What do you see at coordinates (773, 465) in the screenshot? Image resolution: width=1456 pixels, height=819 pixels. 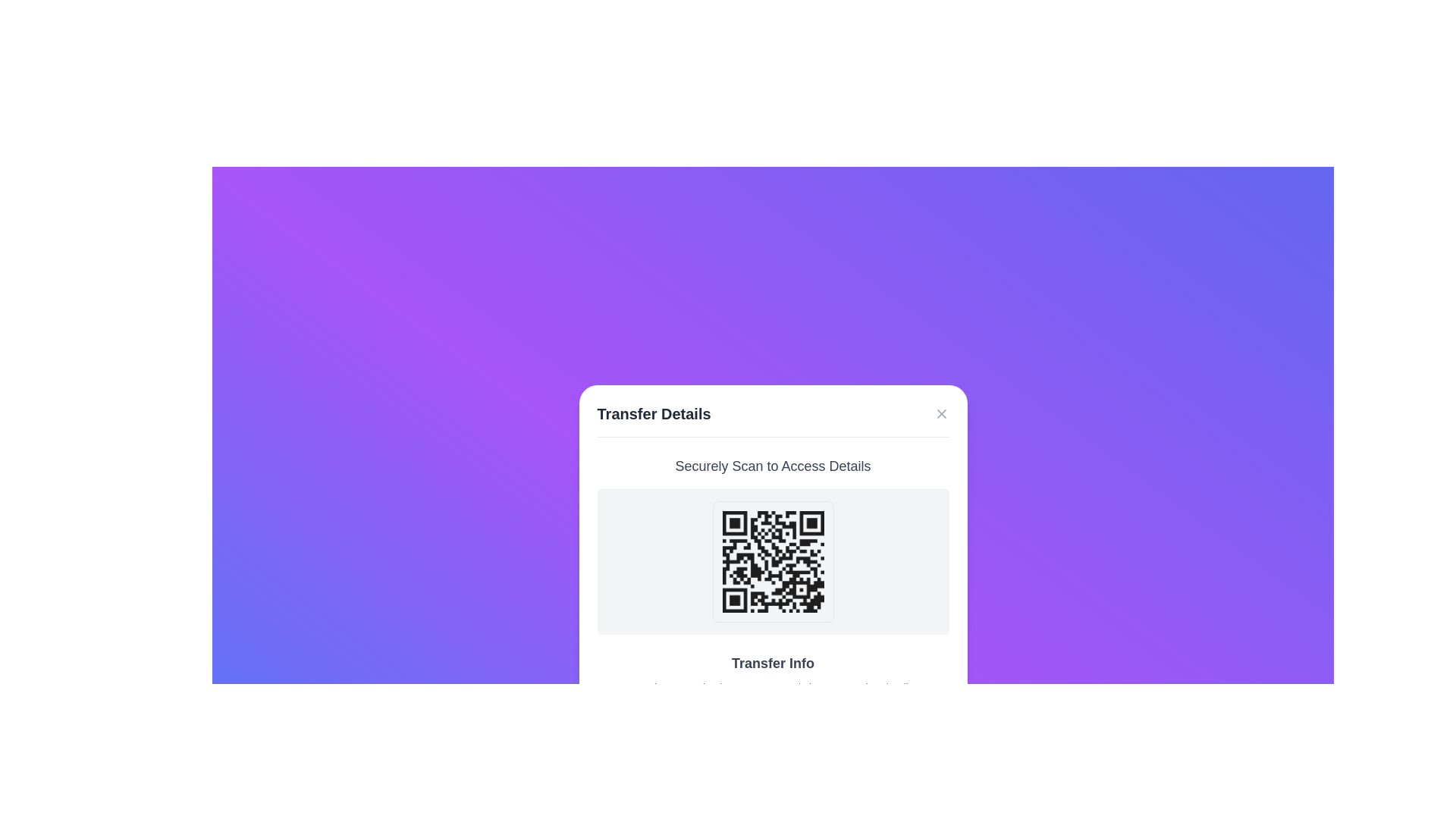 I see `the text label that reads 'Securely Scan` at bounding box center [773, 465].